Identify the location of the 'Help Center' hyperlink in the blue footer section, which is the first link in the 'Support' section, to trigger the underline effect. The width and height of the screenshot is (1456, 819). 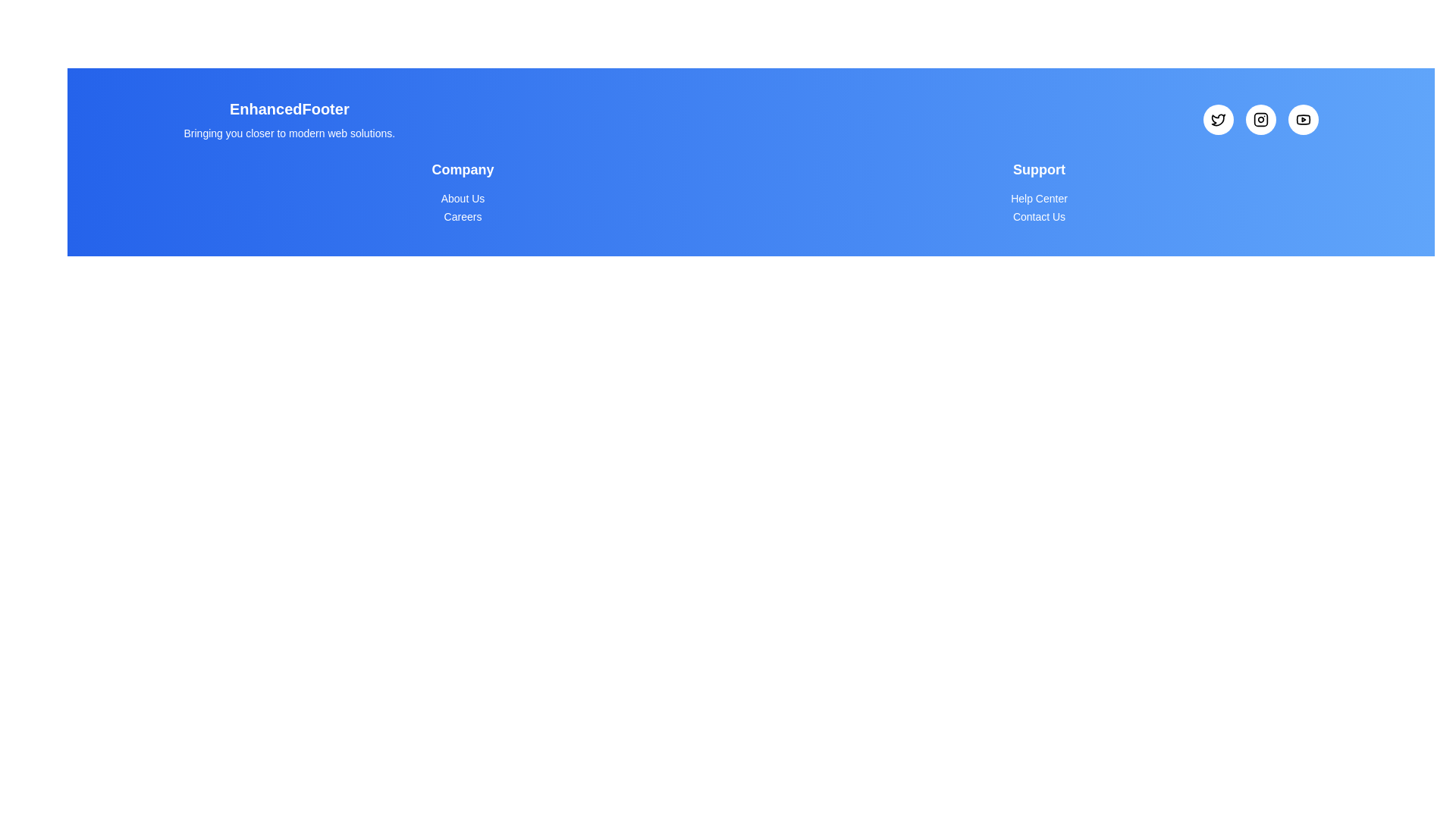
(1038, 198).